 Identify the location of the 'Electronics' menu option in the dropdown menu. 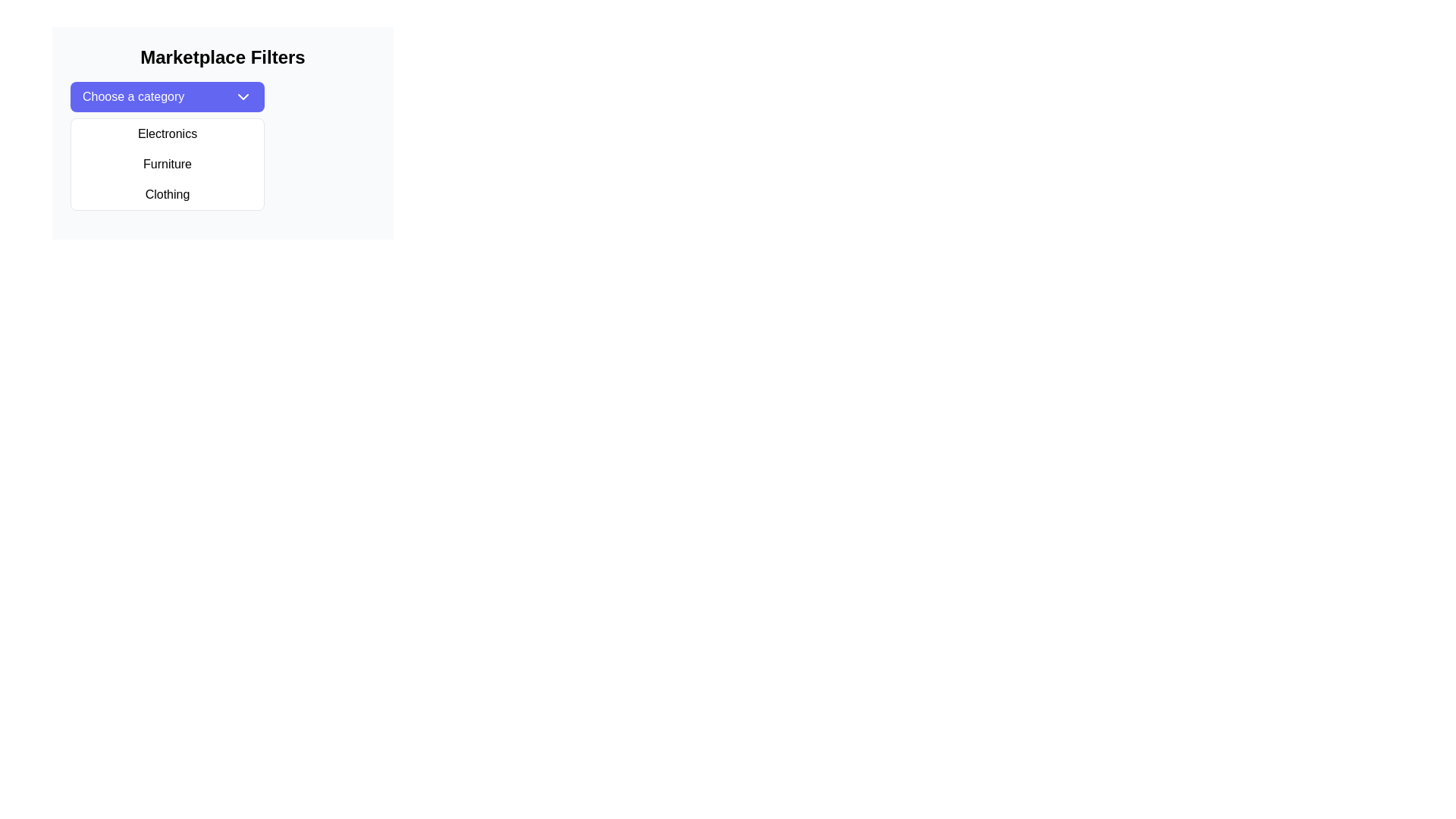
(167, 133).